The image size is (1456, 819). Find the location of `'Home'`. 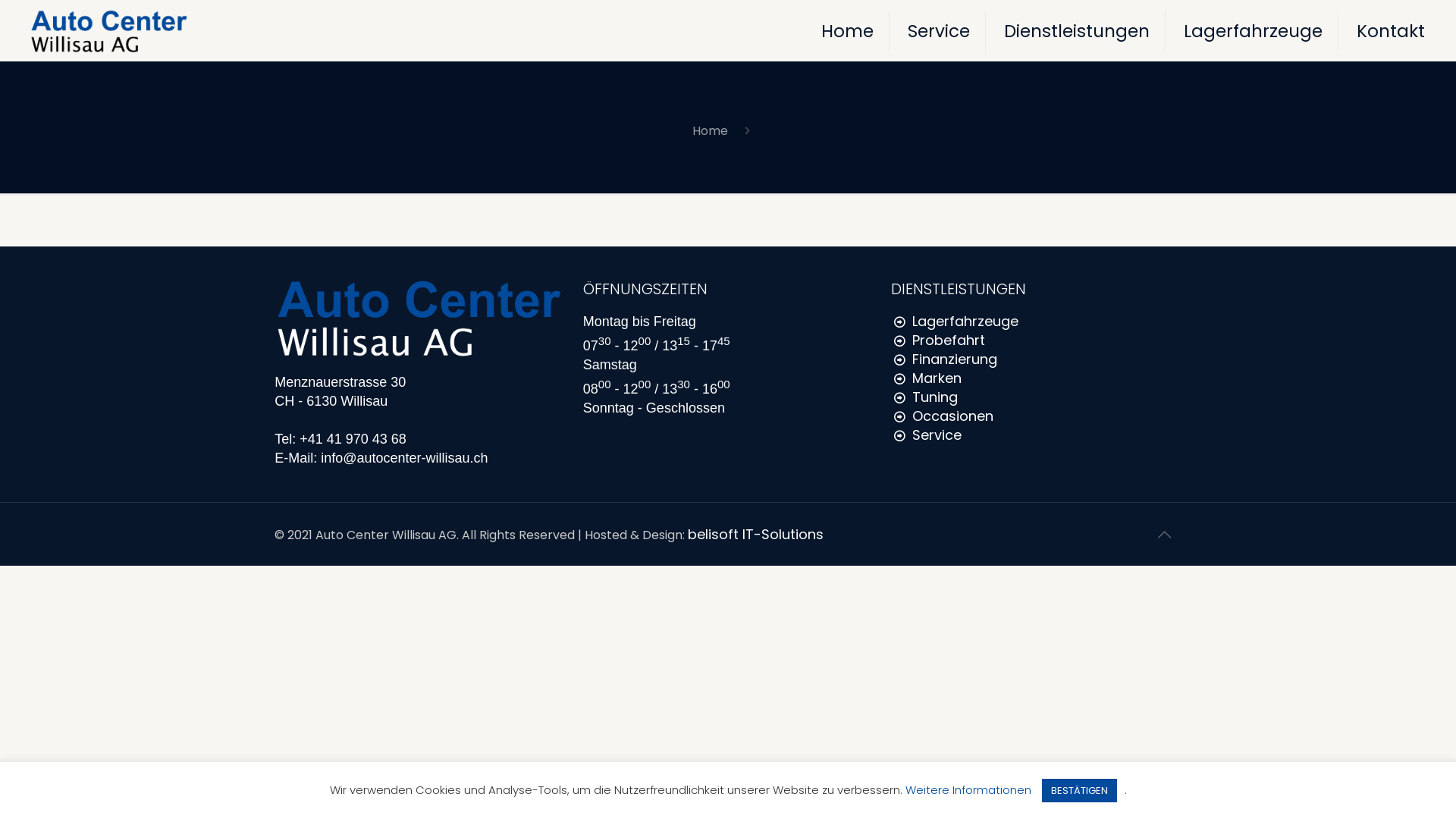

'Home' is located at coordinates (709, 130).